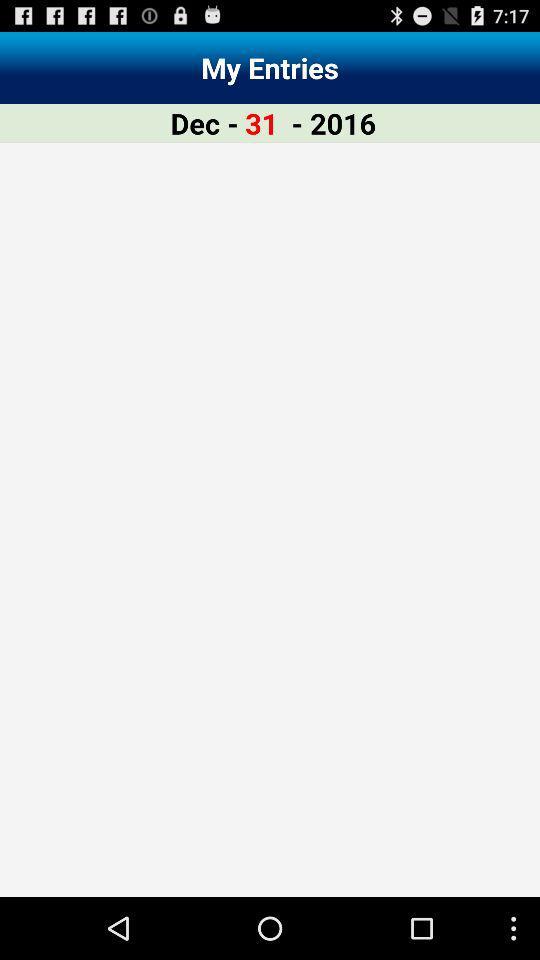 The width and height of the screenshot is (540, 960). What do you see at coordinates (261, 122) in the screenshot?
I see `item next to dec - app` at bounding box center [261, 122].